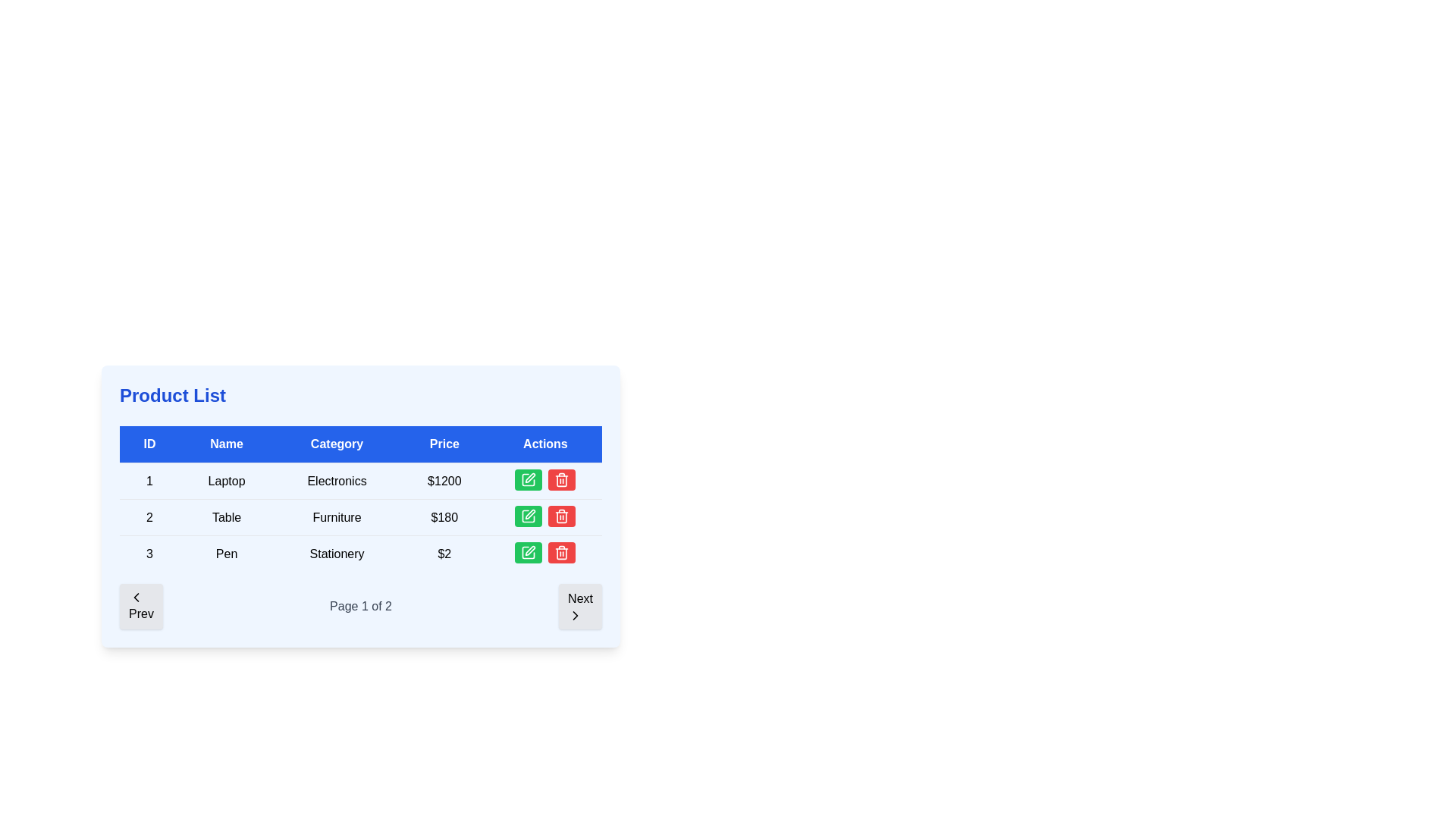 This screenshot has height=819, width=1456. I want to click on the edit icon button, which is a pen illustration within a green circular background, located in the 'Actions' column of the last row for the 'Pen' product, so click(530, 551).